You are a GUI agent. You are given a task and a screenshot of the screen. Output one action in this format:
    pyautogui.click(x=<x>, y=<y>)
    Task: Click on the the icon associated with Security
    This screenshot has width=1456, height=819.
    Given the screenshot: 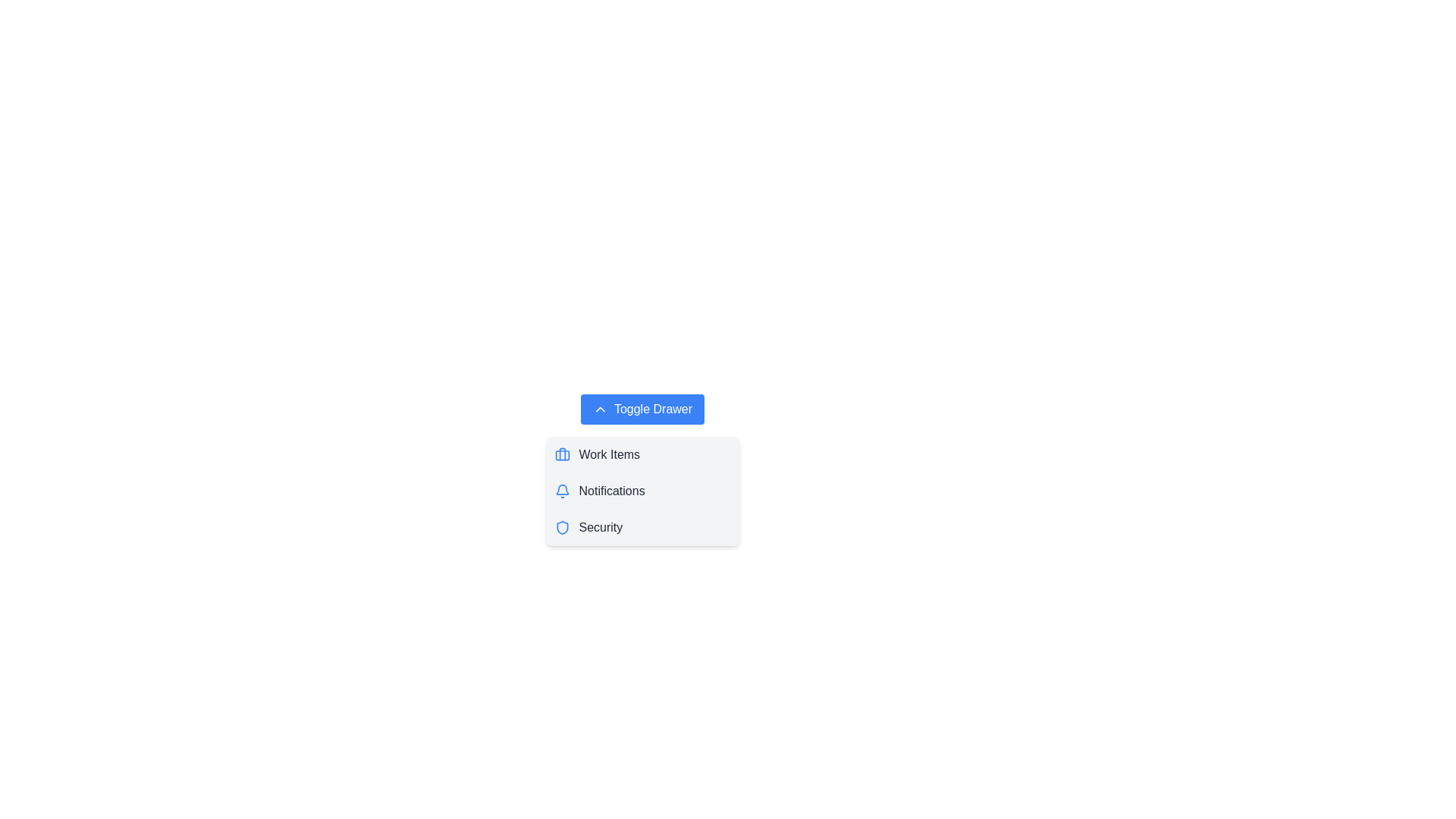 What is the action you would take?
    pyautogui.click(x=561, y=526)
    